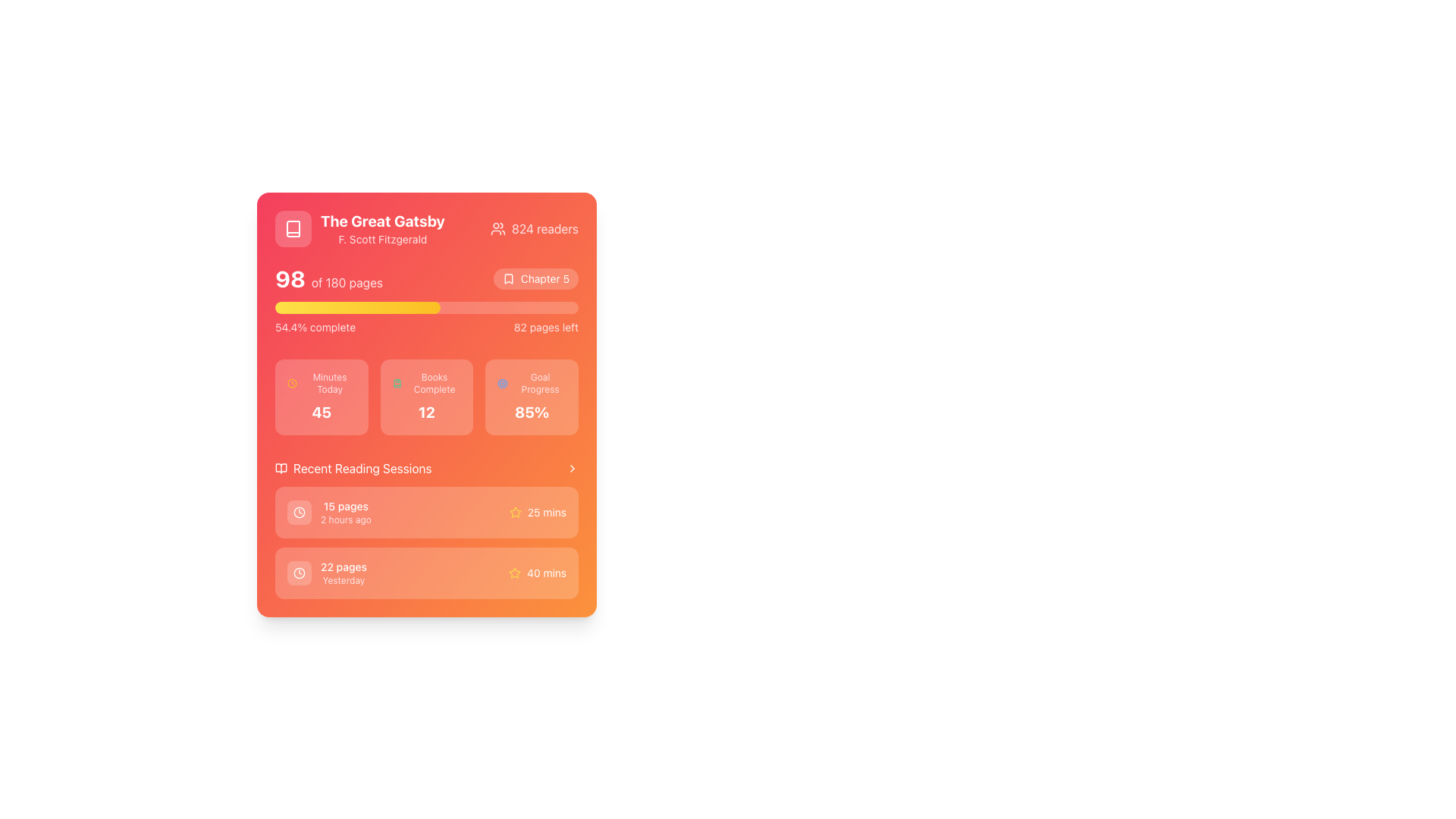 This screenshot has height=819, width=1456. What do you see at coordinates (345, 506) in the screenshot?
I see `the Text label displaying the number of pages read (15) in the 'Recent Reading Sessions' section, located above the text '2 hours ago'` at bounding box center [345, 506].